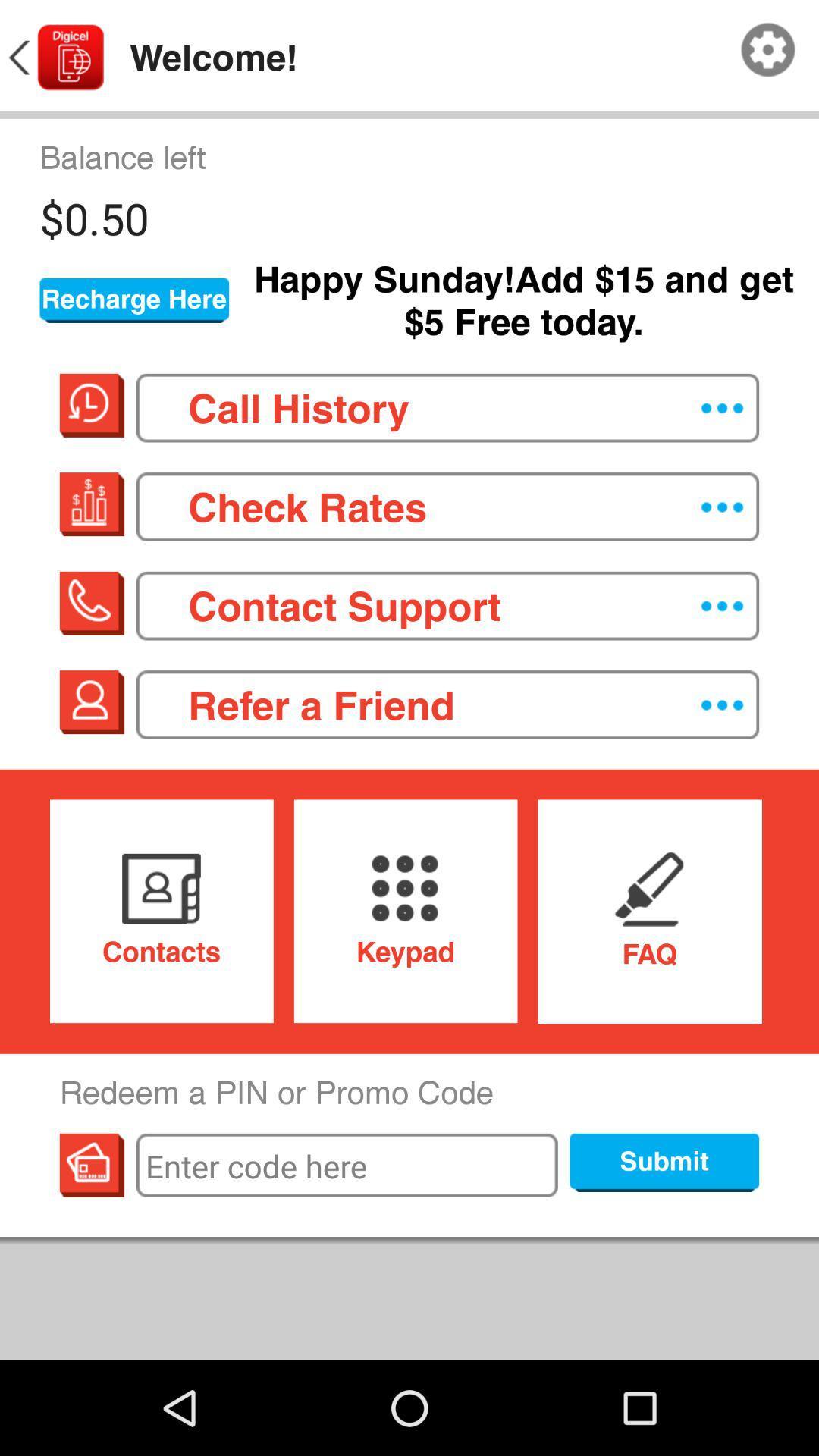 The image size is (819, 1456). Describe the element at coordinates (133, 300) in the screenshot. I see `the item below the $0.50` at that location.